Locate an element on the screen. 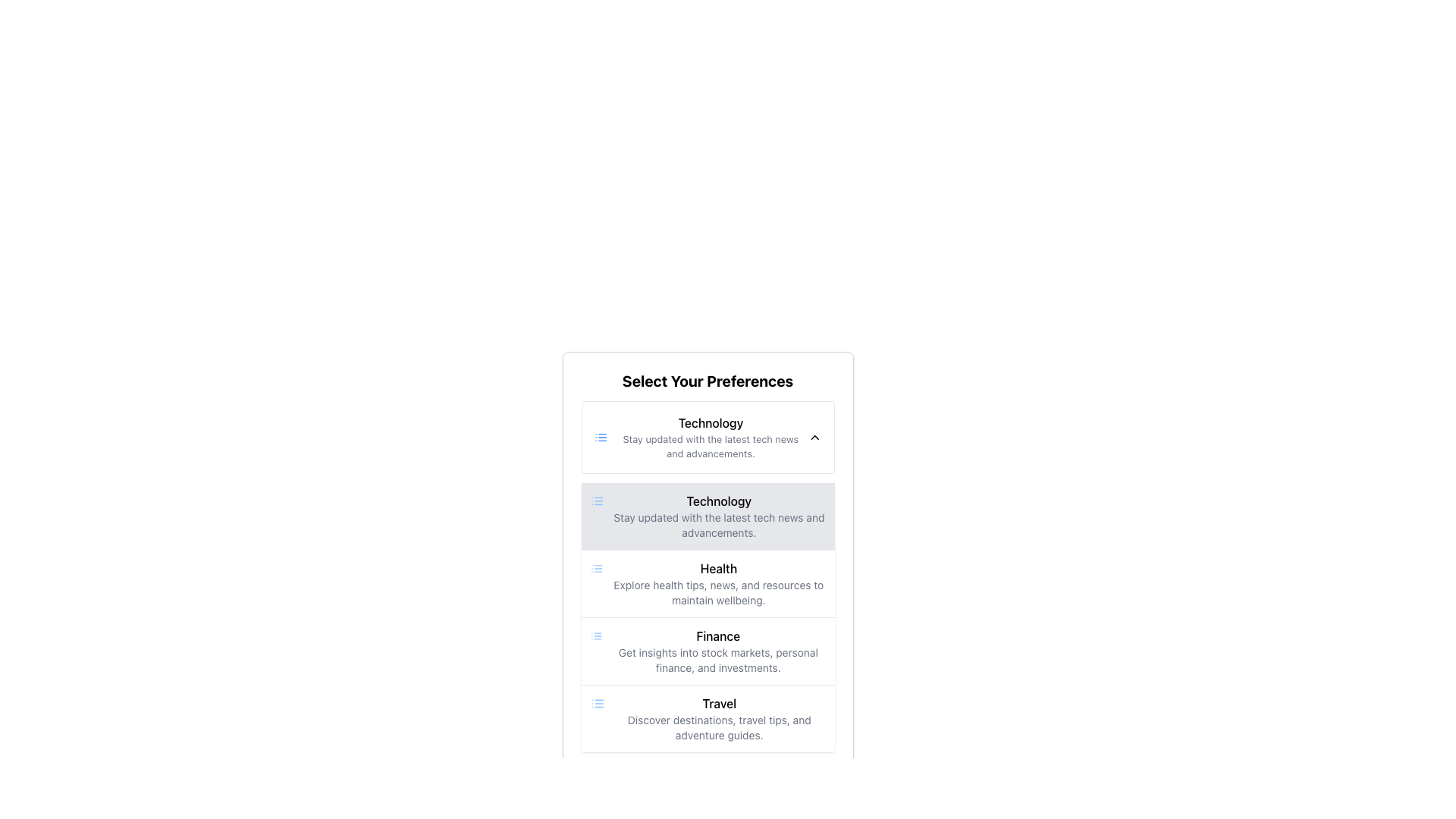  the text label that reads 'Stay updated with the latest tech news and advancements.' located below the 'Technology' section is located at coordinates (718, 525).